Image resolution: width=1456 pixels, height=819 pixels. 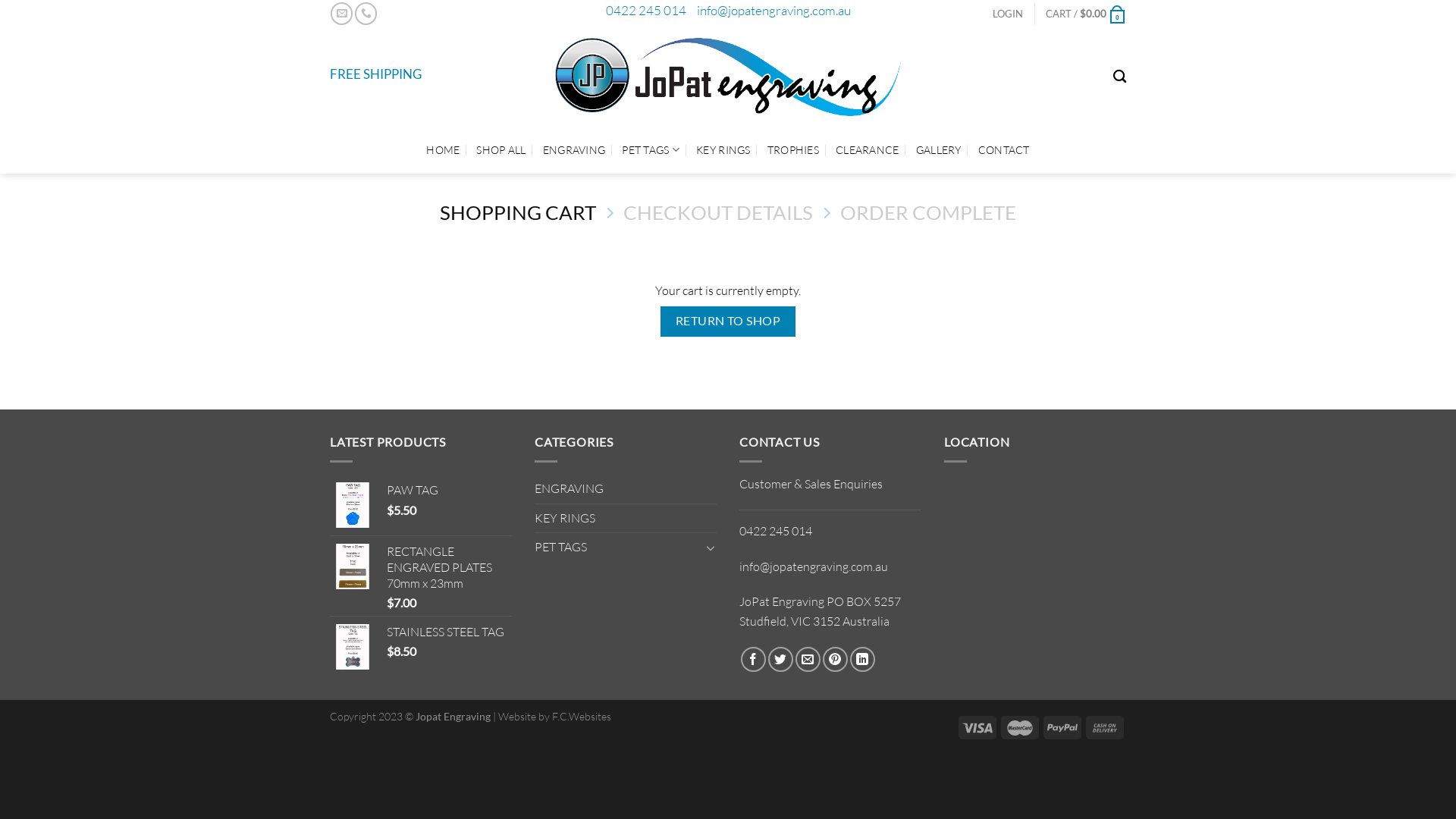 I want to click on 'CHECKOUT DETAILS', so click(x=717, y=212).